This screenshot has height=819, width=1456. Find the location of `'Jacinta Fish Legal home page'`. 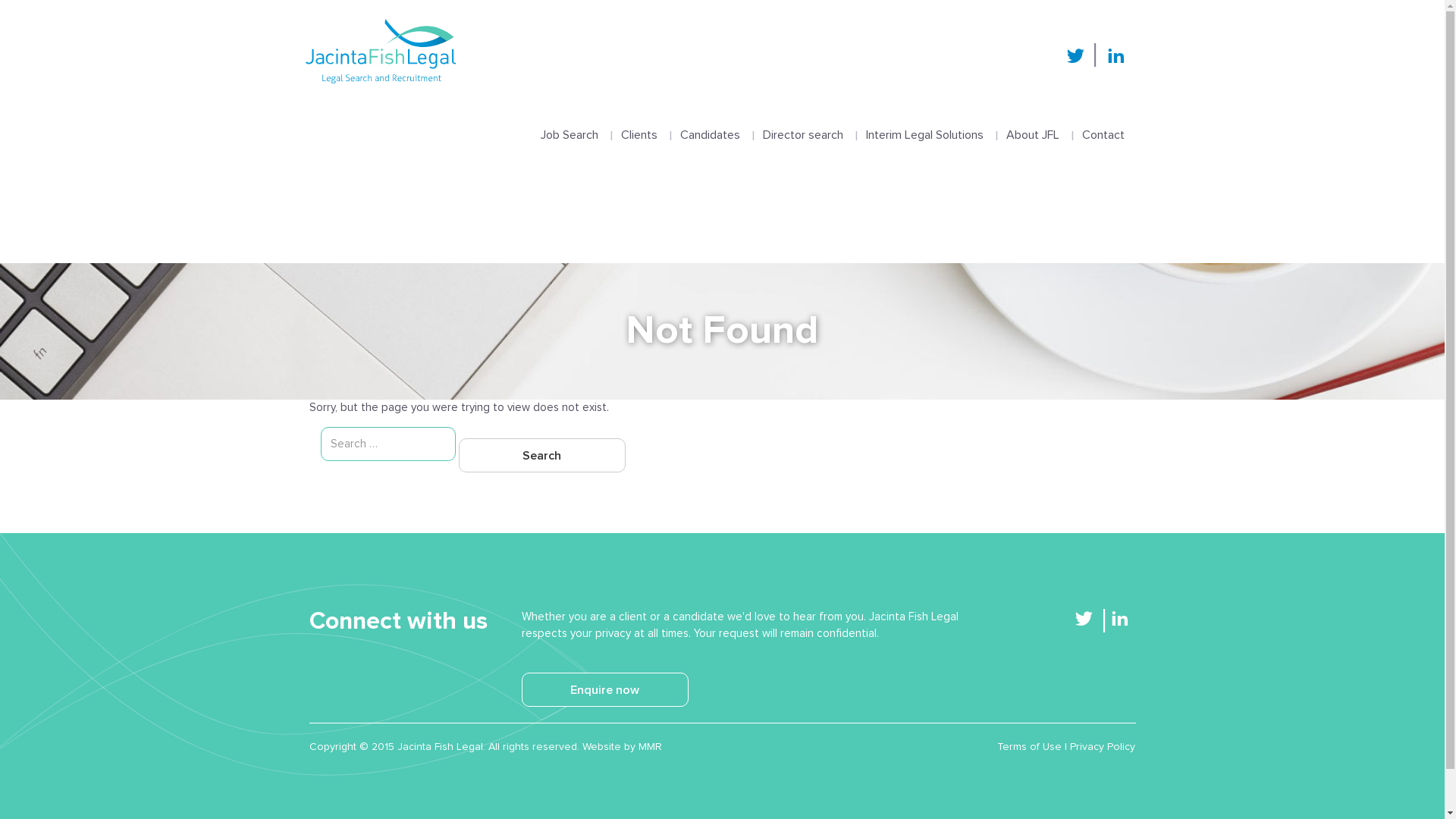

'Jacinta Fish Legal home page' is located at coordinates (379, 50).